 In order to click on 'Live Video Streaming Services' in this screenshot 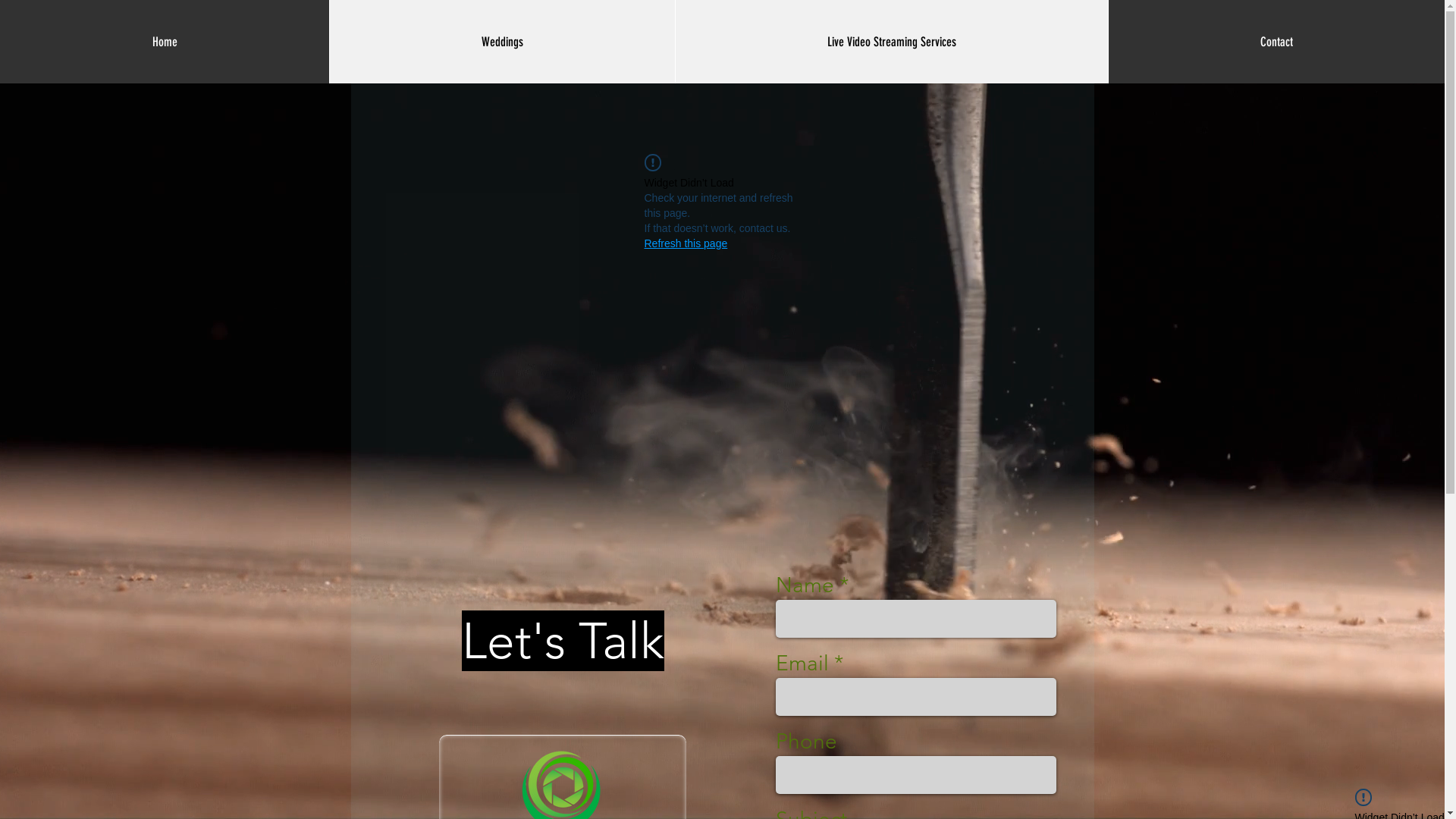, I will do `click(891, 40)`.